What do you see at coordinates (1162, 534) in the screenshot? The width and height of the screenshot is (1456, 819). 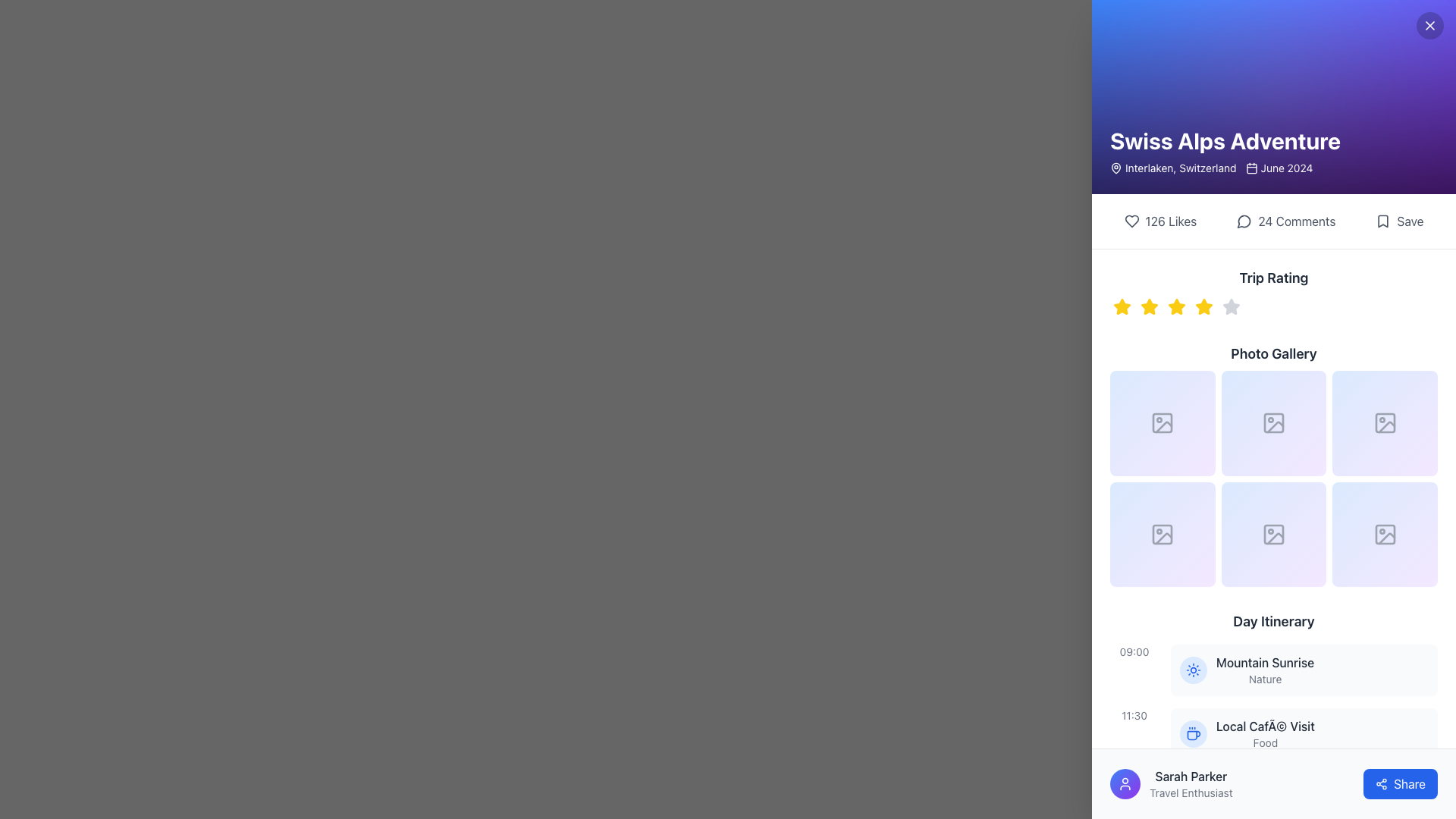 I see `the square-shaped placeholder with a gradient background and a picture frame icon, located in the second row and first column of the 'Photo Gallery' section` at bounding box center [1162, 534].